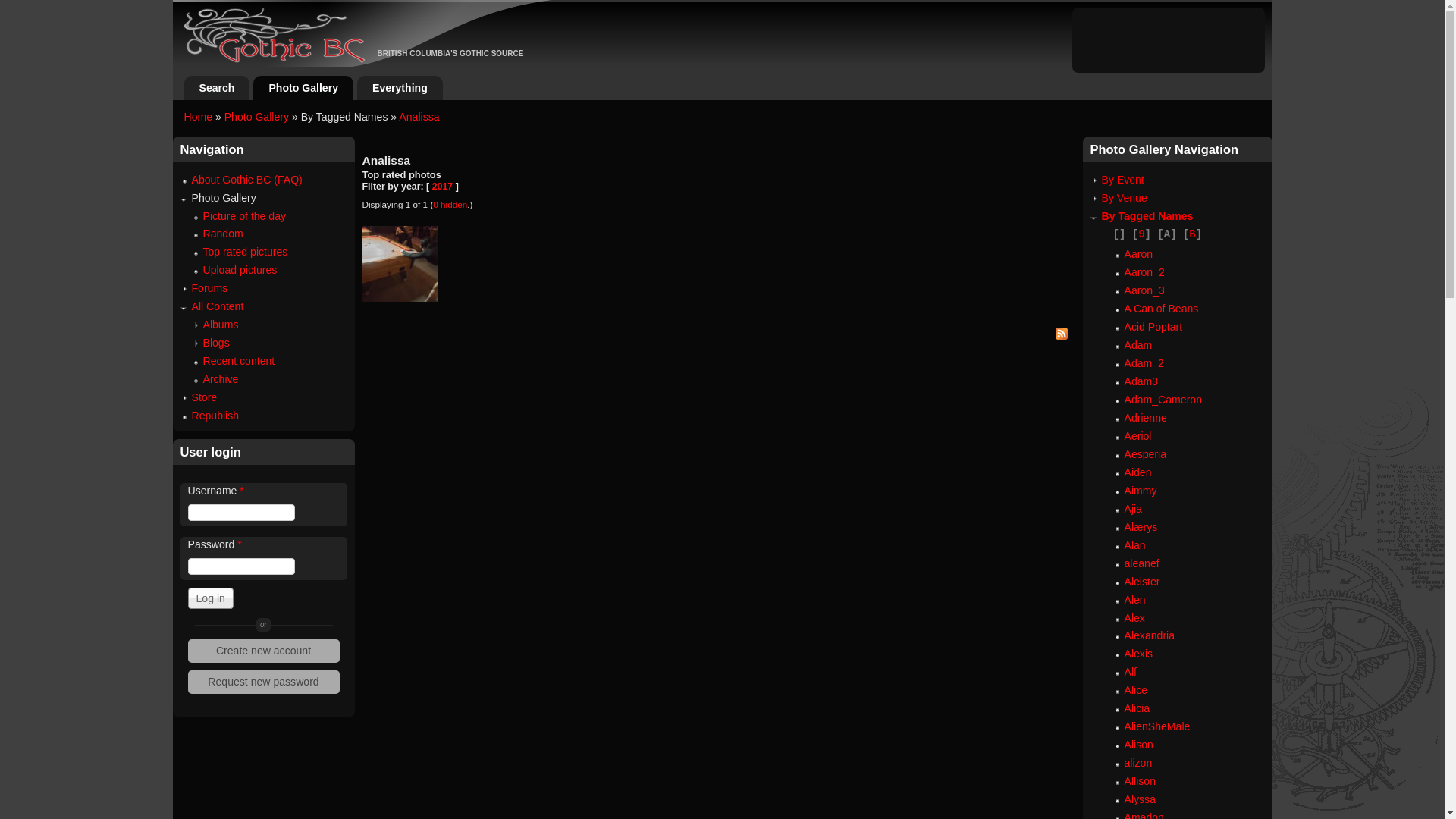  I want to click on 'Adam', so click(1137, 345).